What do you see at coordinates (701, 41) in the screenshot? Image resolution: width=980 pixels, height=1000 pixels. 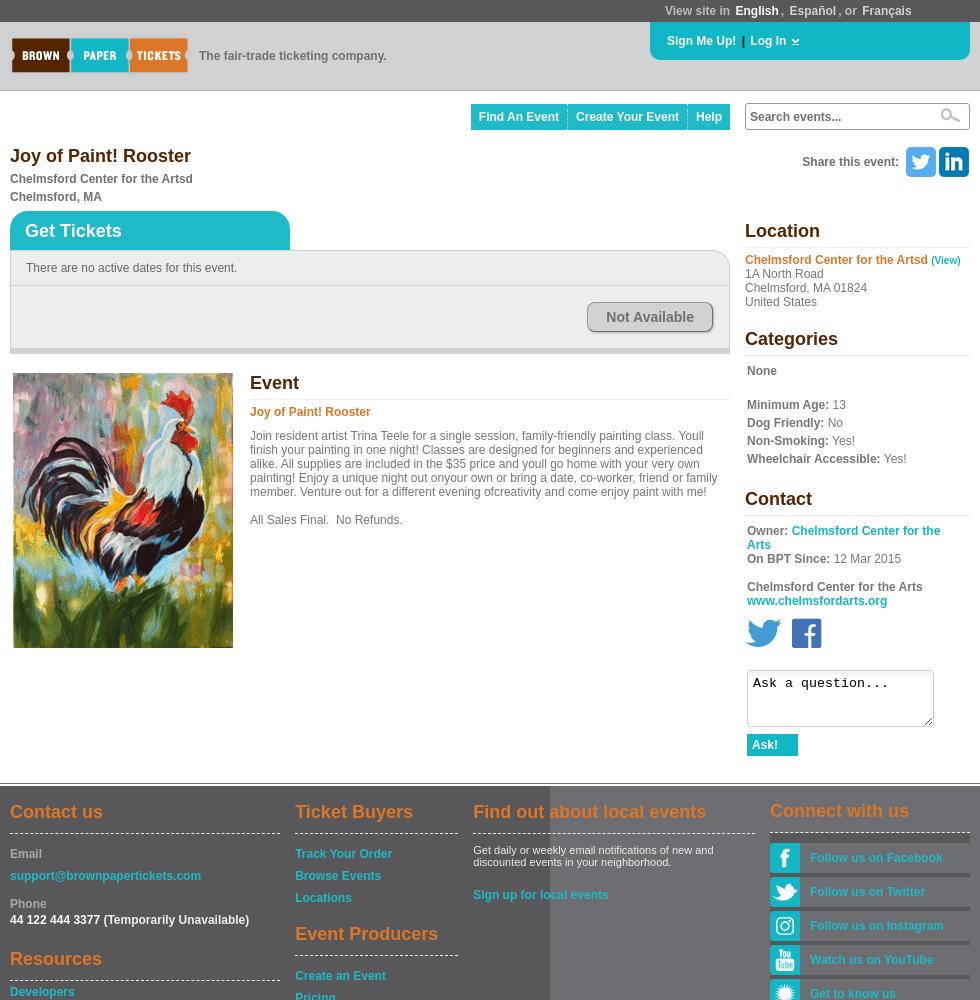 I see `'Sign Me Up!'` at bounding box center [701, 41].